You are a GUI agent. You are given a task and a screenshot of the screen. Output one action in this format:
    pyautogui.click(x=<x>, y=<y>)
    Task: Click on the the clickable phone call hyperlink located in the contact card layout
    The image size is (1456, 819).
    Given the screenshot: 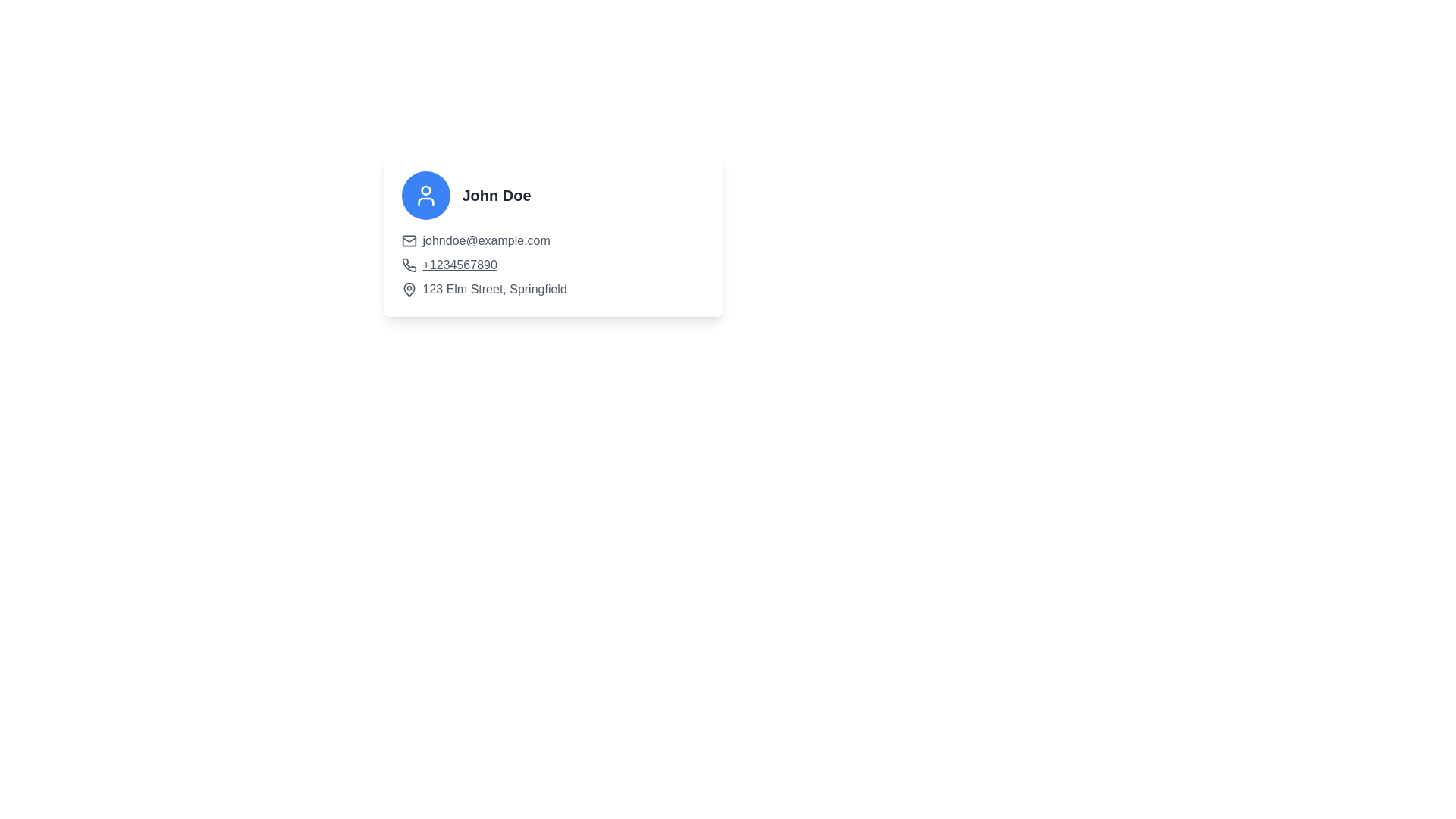 What is the action you would take?
    pyautogui.click(x=459, y=265)
    